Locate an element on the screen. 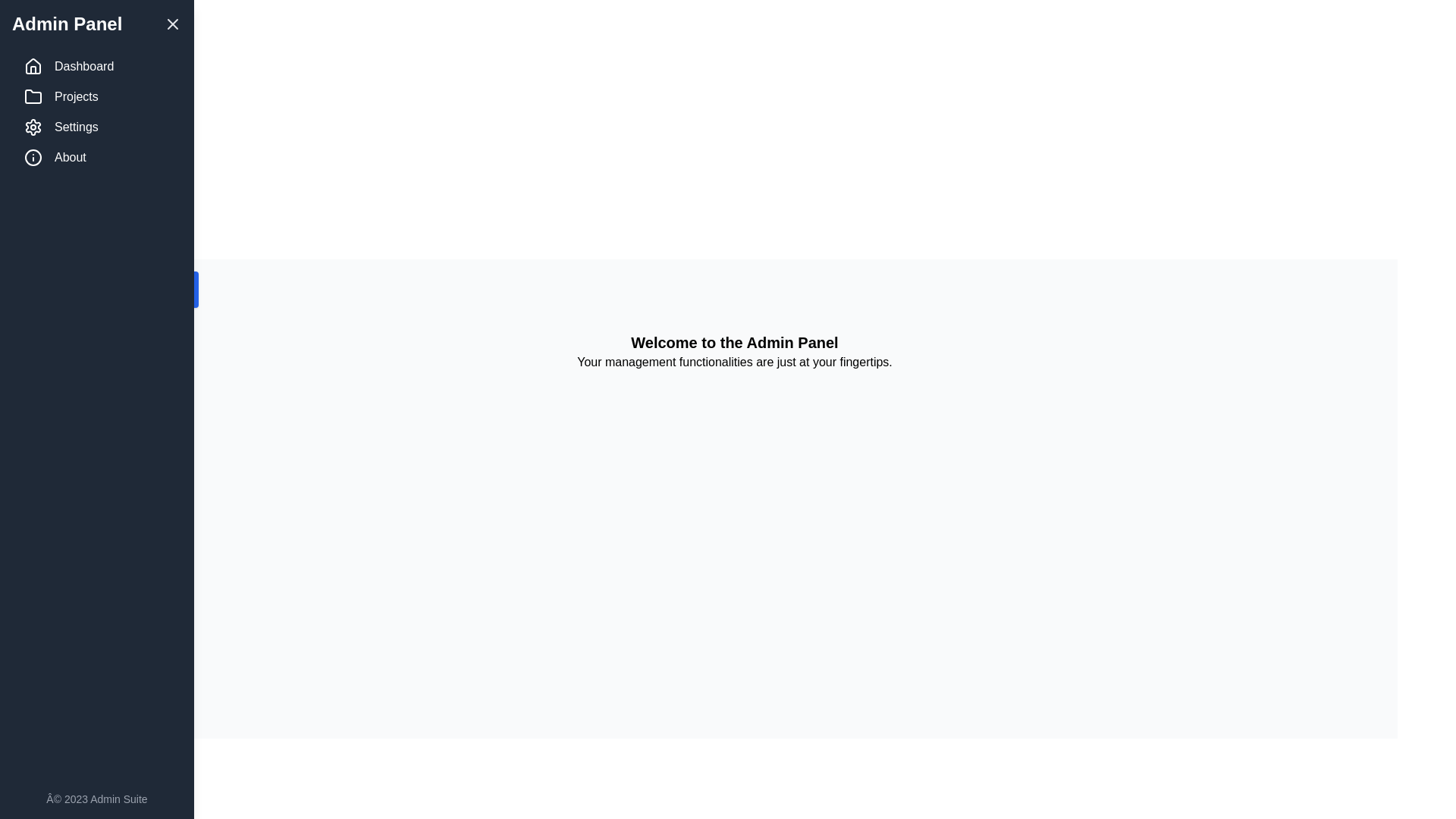  the close or dismiss icon located in the top-right corner of the navigation panel, adjacent to the 'Admin Panel' text label is located at coordinates (172, 24).